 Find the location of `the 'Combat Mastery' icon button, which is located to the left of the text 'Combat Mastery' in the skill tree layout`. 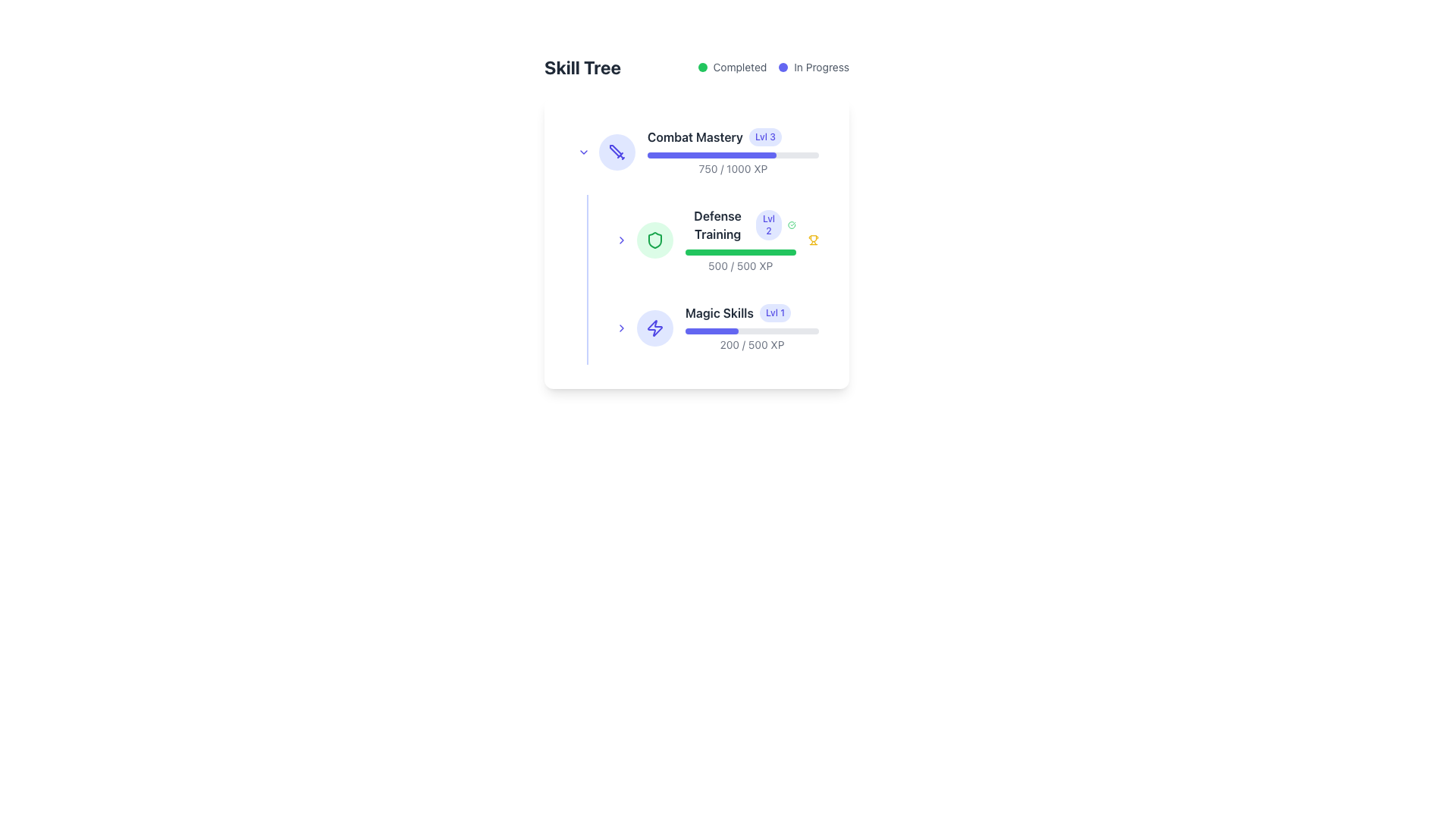

the 'Combat Mastery' icon button, which is located to the left of the text 'Combat Mastery' in the skill tree layout is located at coordinates (617, 152).